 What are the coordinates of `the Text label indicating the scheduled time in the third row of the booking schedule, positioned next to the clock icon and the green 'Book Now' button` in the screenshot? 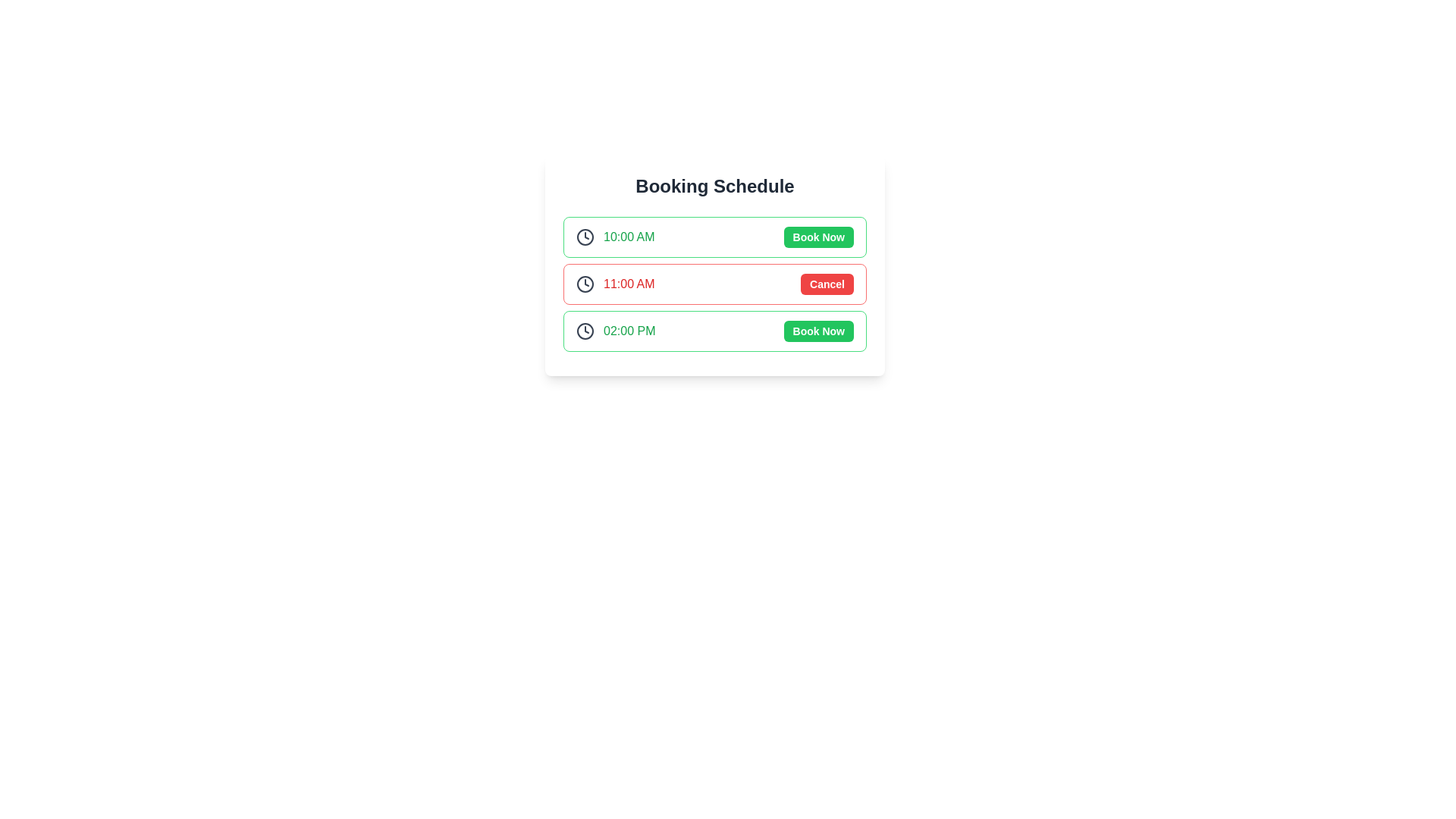 It's located at (629, 330).